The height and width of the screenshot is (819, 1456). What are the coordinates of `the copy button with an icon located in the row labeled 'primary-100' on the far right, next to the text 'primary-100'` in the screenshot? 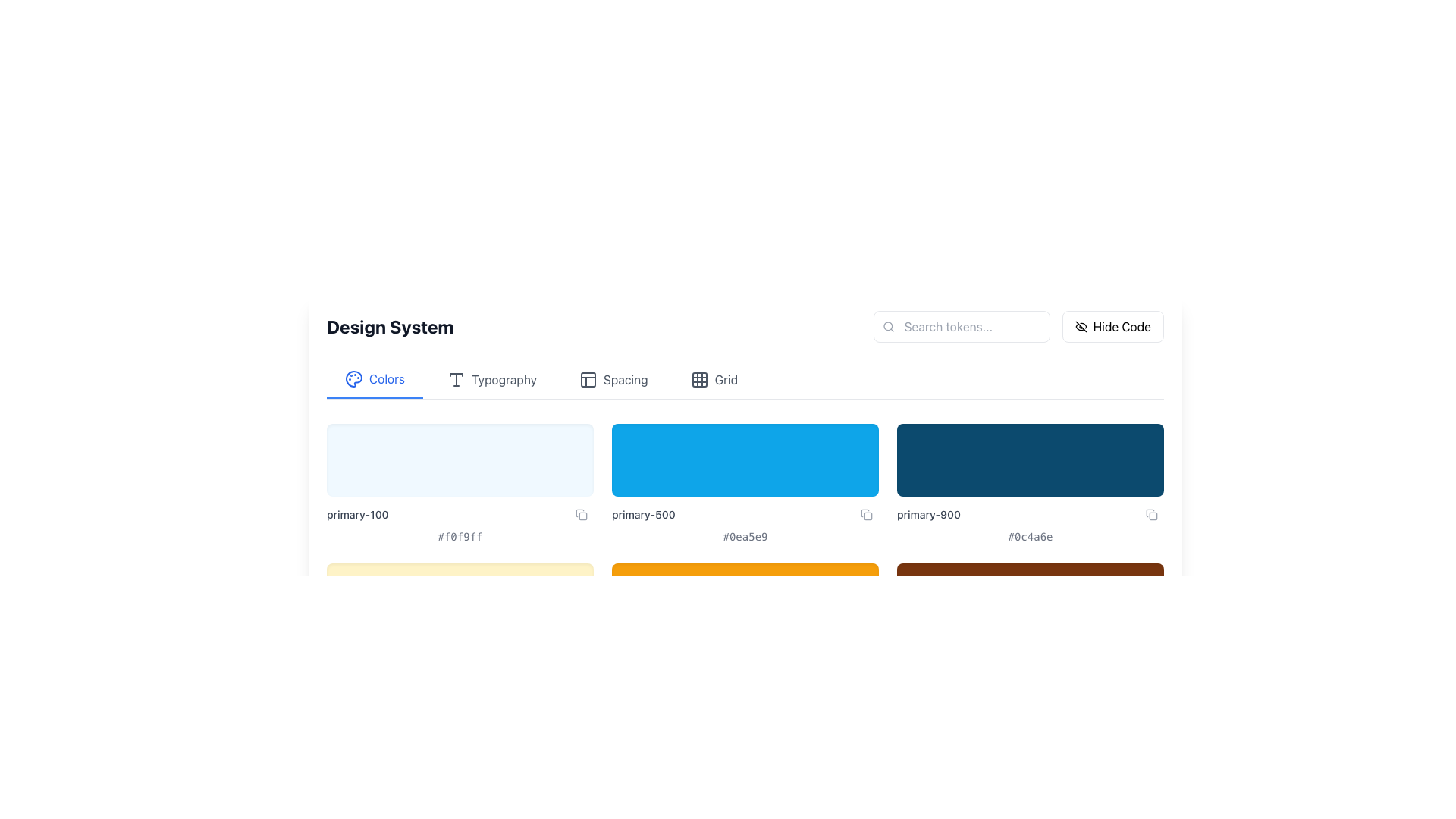 It's located at (581, 513).